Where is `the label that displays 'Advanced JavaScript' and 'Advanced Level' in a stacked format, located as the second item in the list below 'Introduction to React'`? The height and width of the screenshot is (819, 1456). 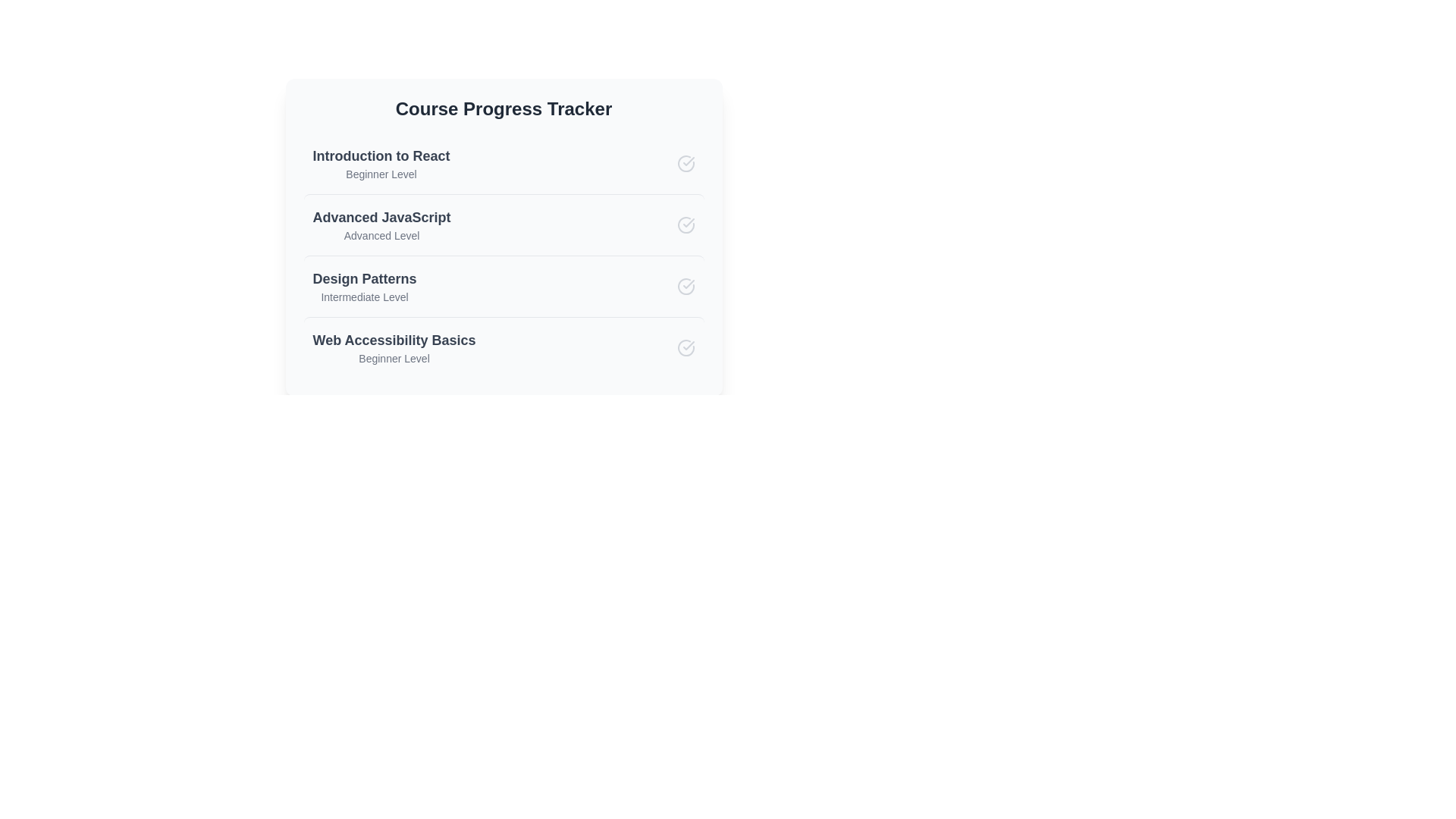 the label that displays 'Advanced JavaScript' and 'Advanced Level' in a stacked format, located as the second item in the list below 'Introduction to React' is located at coordinates (381, 225).